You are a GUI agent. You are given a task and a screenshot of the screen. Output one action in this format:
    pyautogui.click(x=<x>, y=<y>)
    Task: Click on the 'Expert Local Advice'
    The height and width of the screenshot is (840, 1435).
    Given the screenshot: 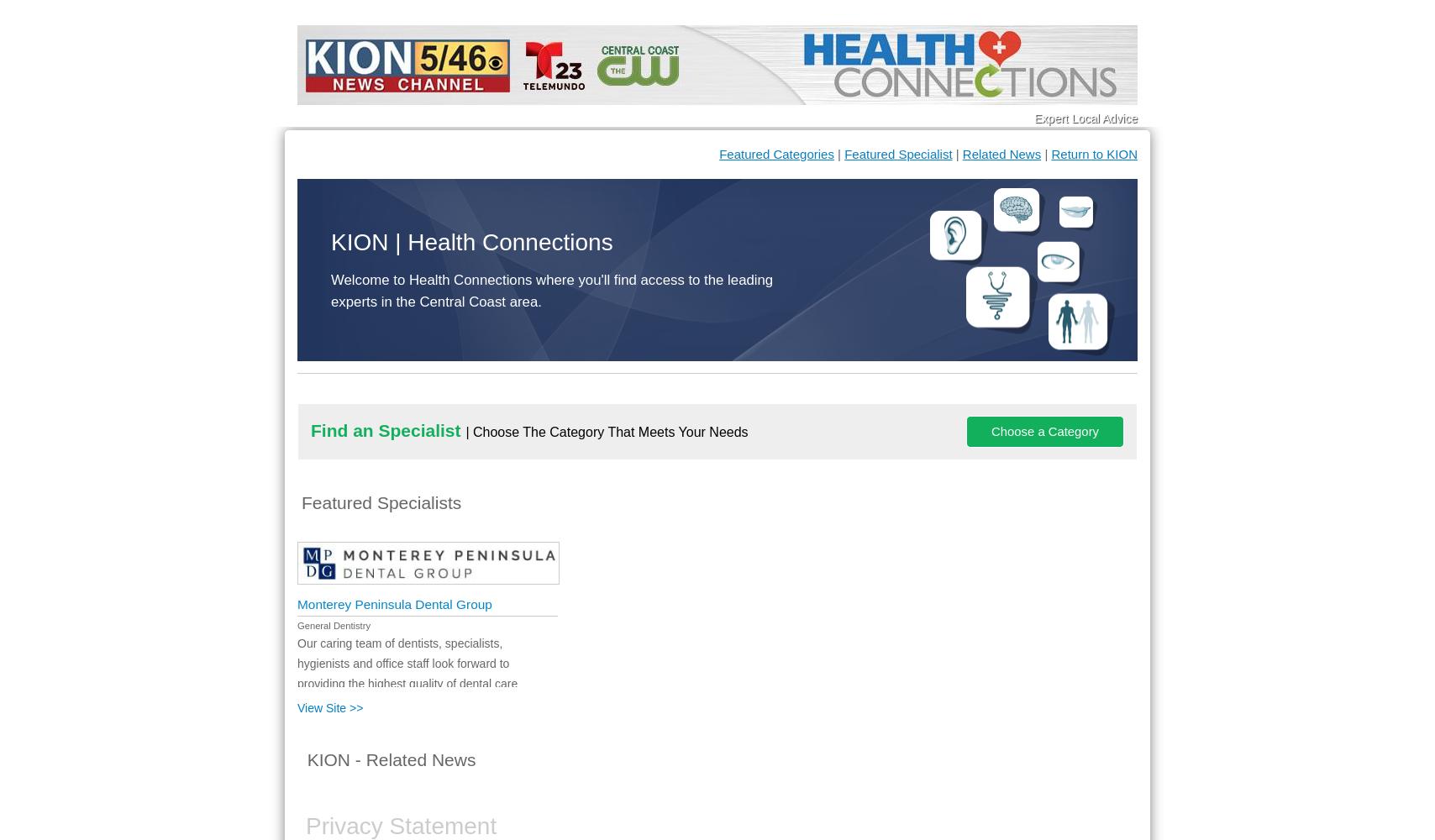 What is the action you would take?
    pyautogui.click(x=1085, y=118)
    